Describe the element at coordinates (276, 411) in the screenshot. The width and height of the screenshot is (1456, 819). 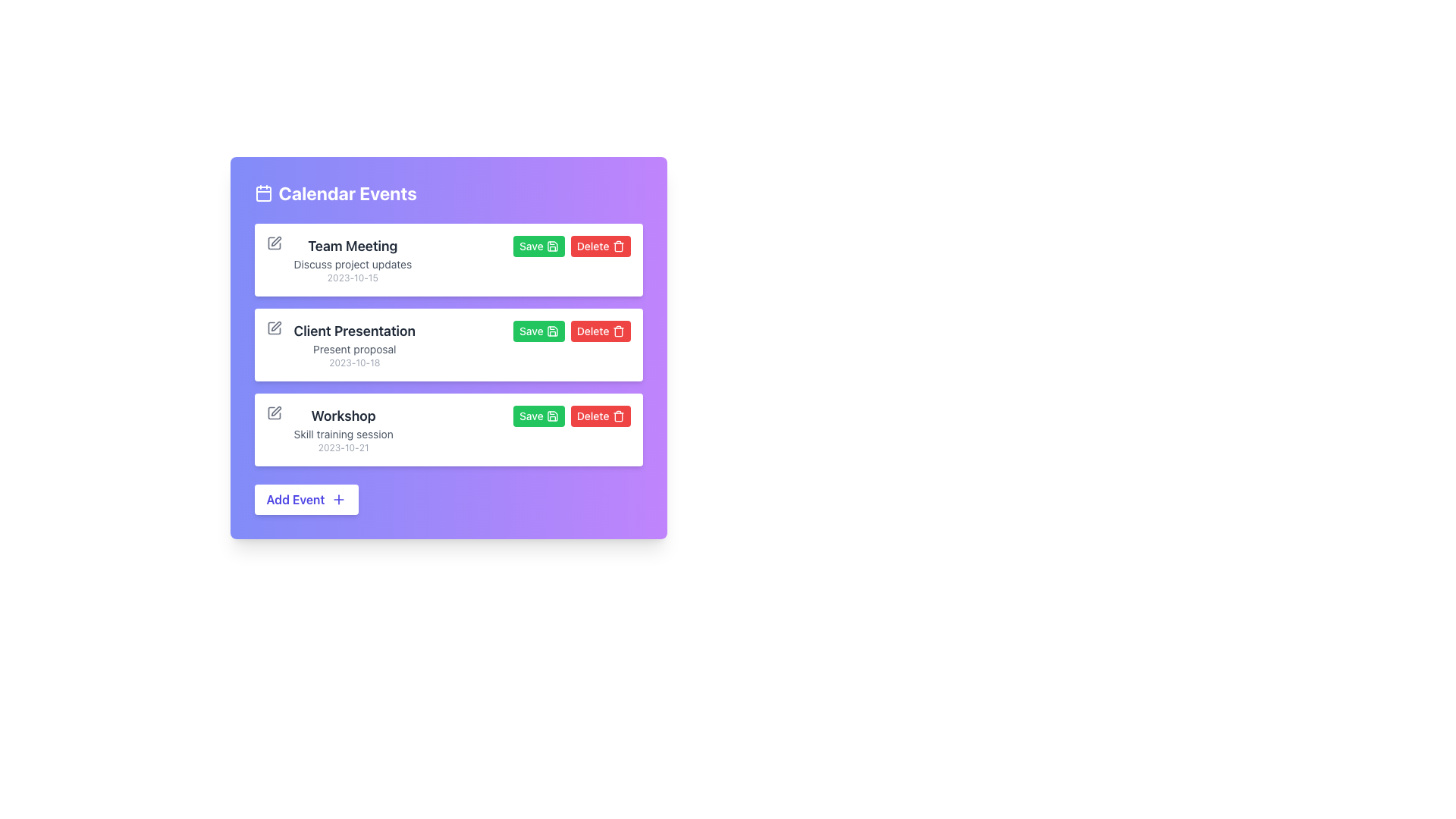
I see `the pen icon located to the left of the event title in the third event of the calendar list to initiate editing` at that location.